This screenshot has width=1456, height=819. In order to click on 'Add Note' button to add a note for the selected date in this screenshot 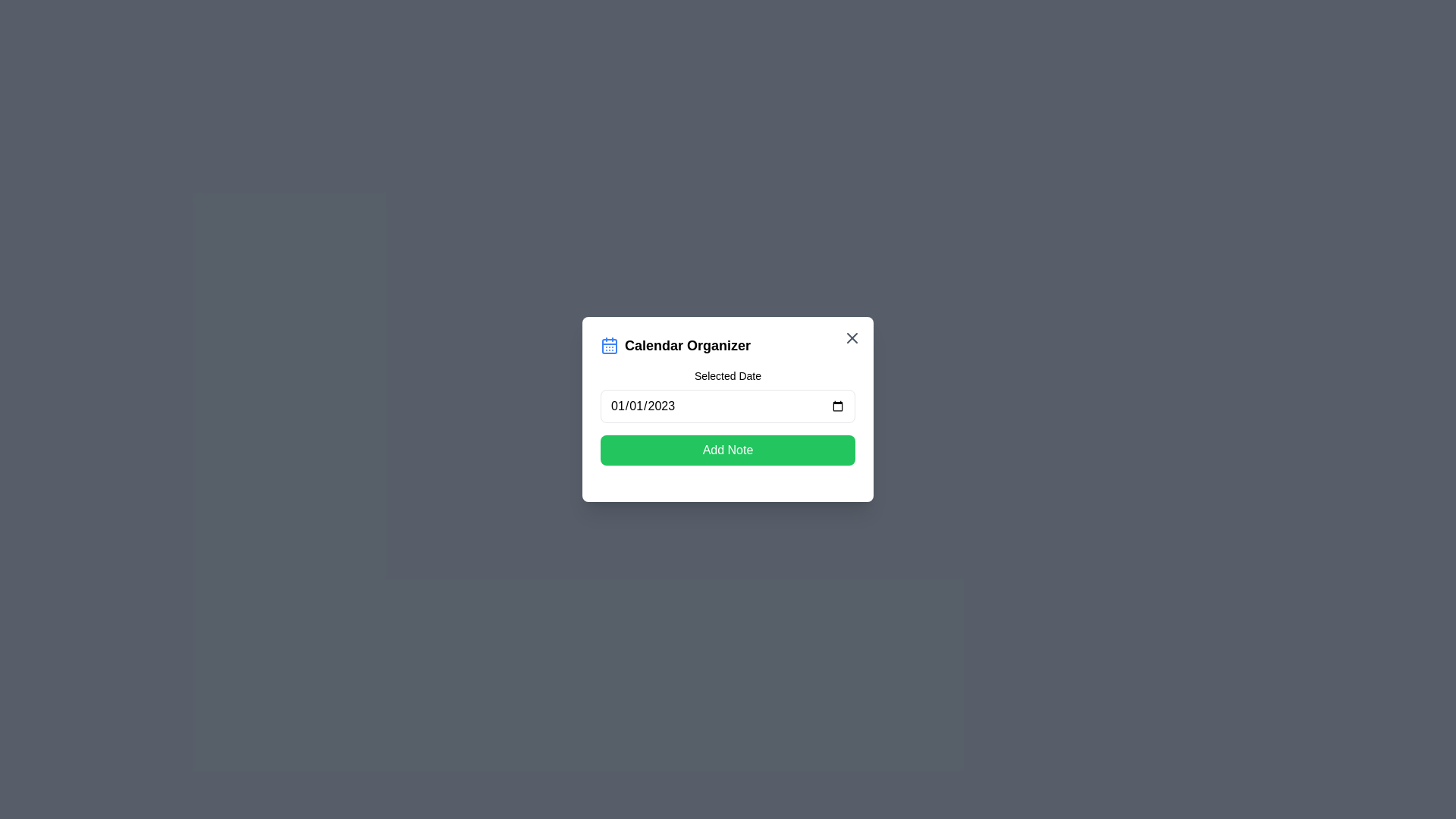, I will do `click(728, 450)`.